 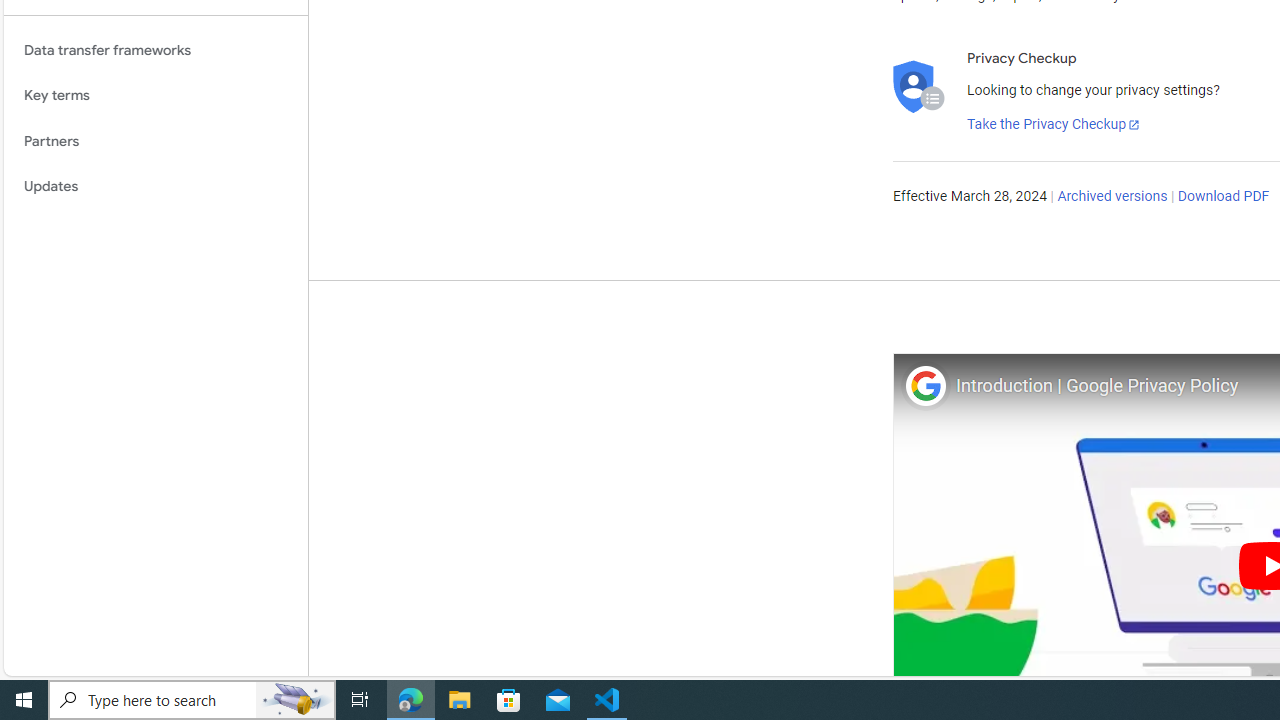 What do you see at coordinates (155, 187) in the screenshot?
I see `'Updates'` at bounding box center [155, 187].